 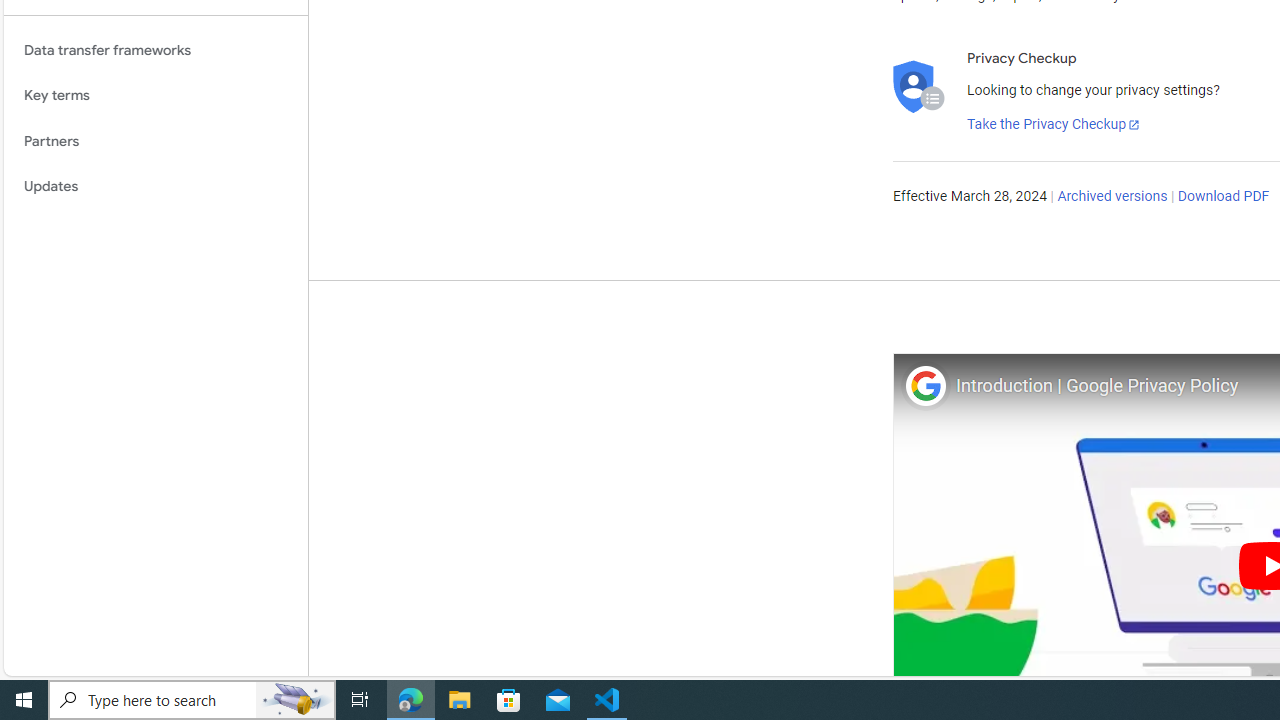 What do you see at coordinates (155, 187) in the screenshot?
I see `'Updates'` at bounding box center [155, 187].